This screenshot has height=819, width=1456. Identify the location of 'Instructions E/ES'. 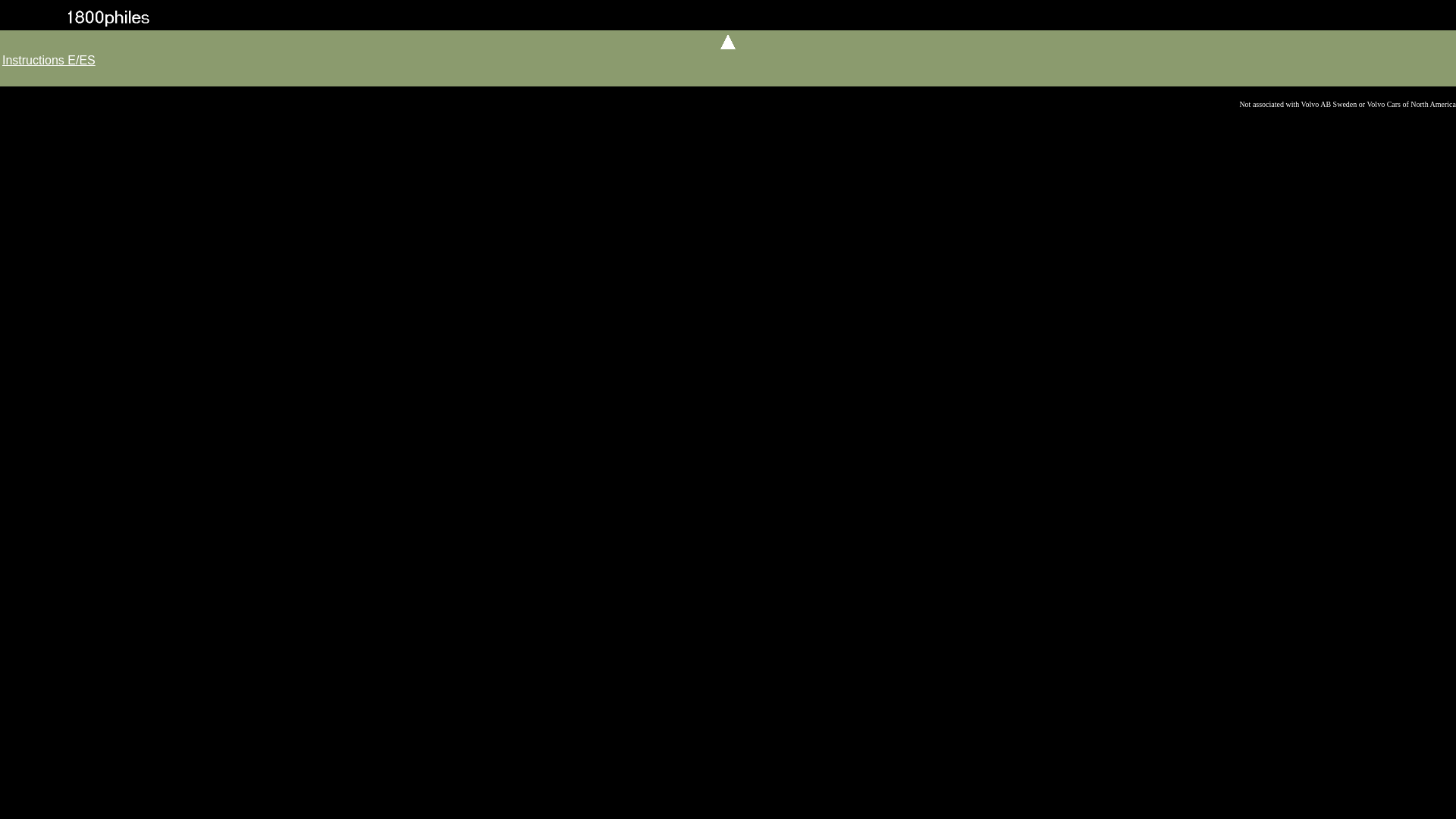
(2, 59).